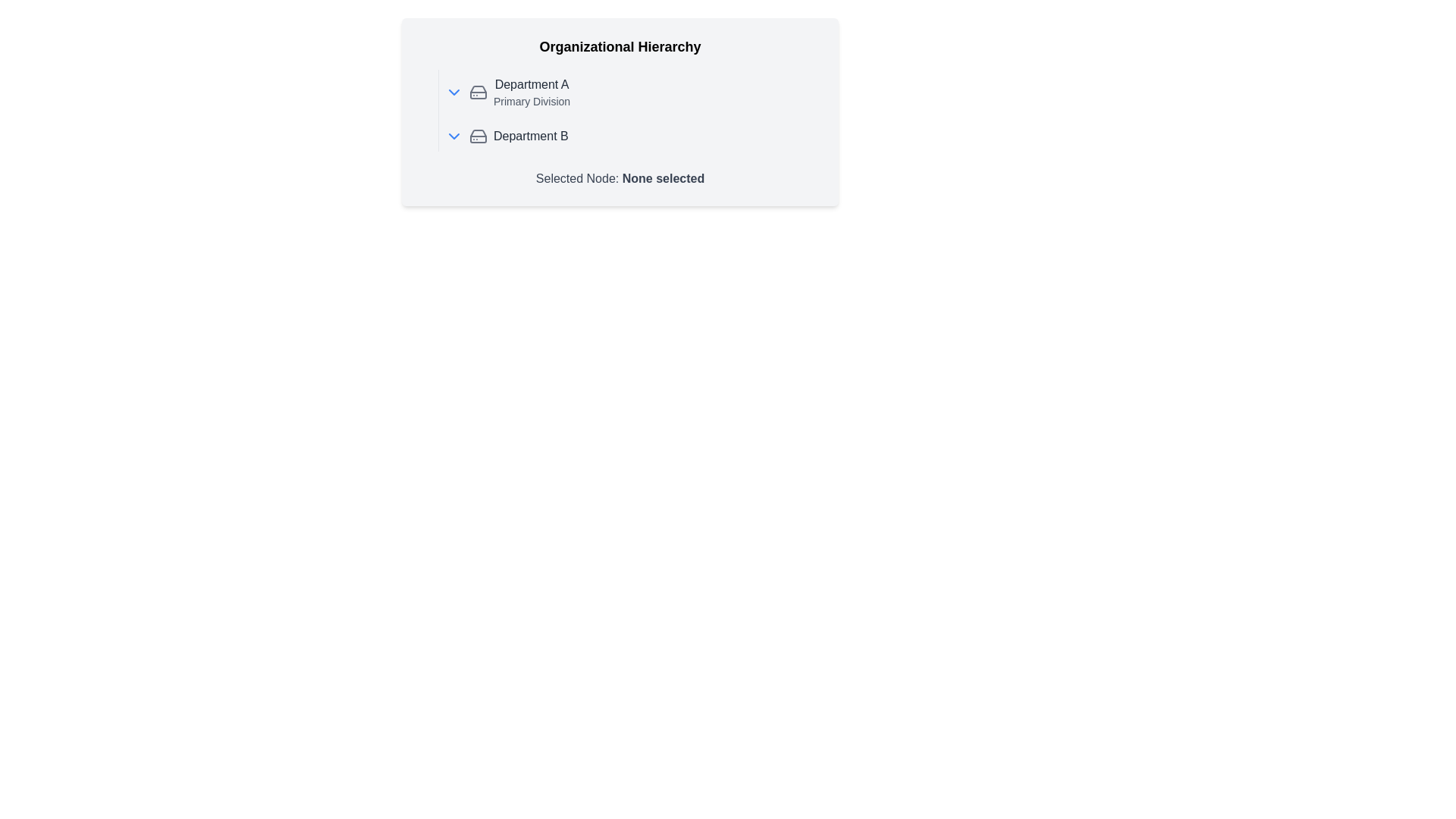  Describe the element at coordinates (532, 84) in the screenshot. I see `the text label displaying 'Department A', which is styled in gray and positioned above 'Primary Division' in the organizational hierarchy interface` at that location.